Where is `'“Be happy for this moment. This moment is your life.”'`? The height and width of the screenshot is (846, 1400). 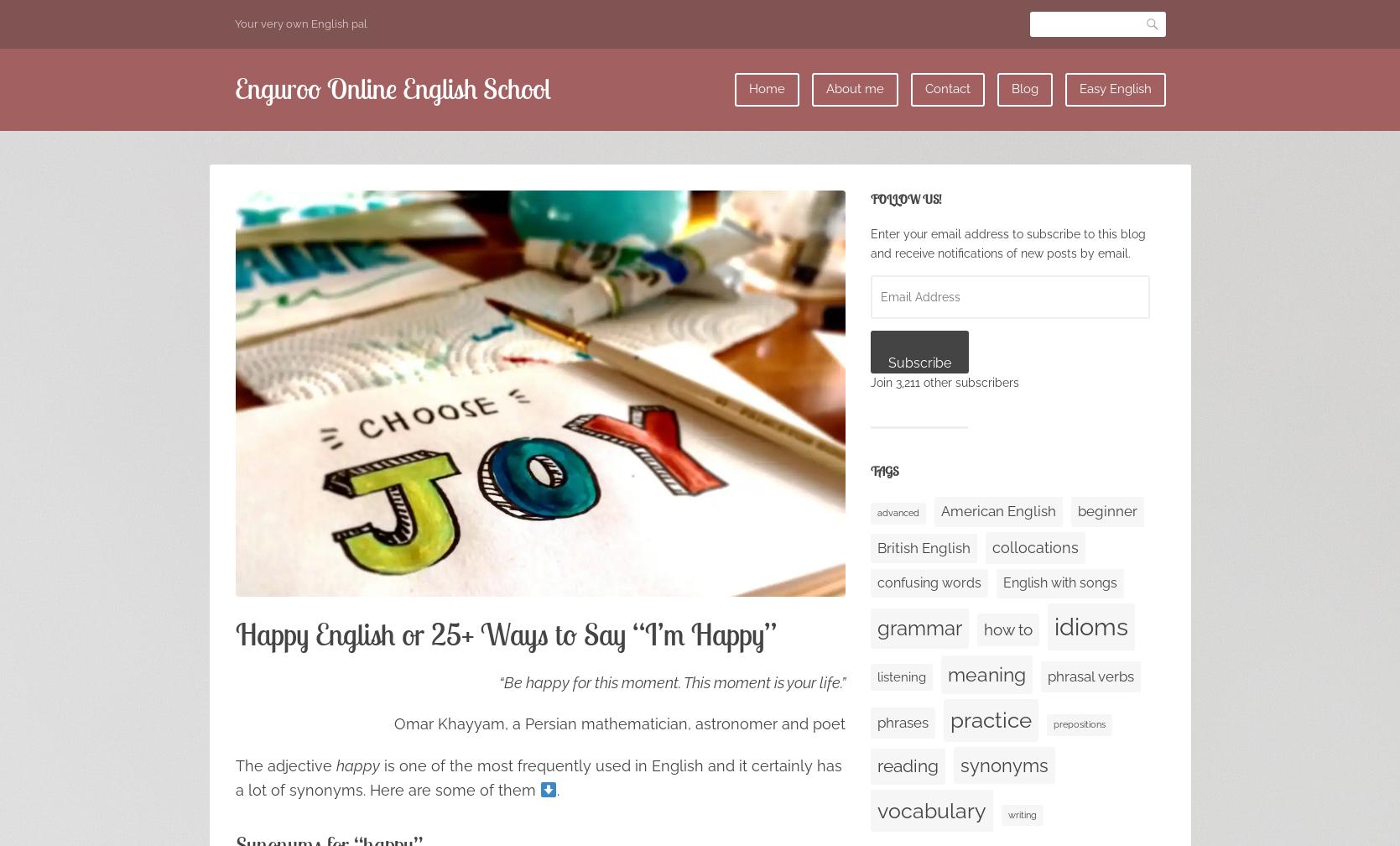
'“Be happy for this moment. This moment is your life.”' is located at coordinates (671, 681).